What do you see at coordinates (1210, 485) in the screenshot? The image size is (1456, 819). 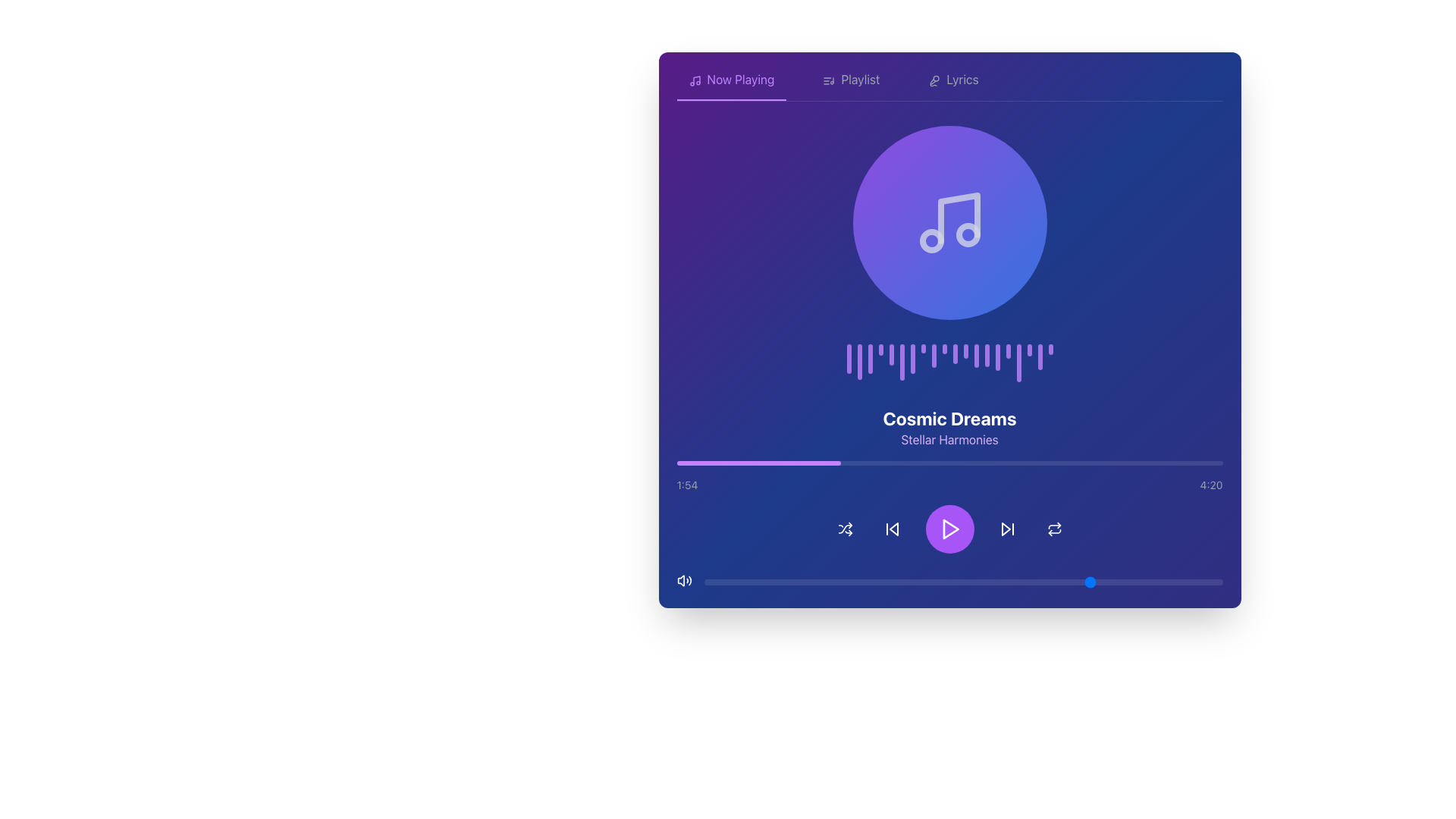 I see `the text label displaying the duration '4:20', which is styled in a small, gray-colored font, located at the bottom-right of the user interface` at bounding box center [1210, 485].